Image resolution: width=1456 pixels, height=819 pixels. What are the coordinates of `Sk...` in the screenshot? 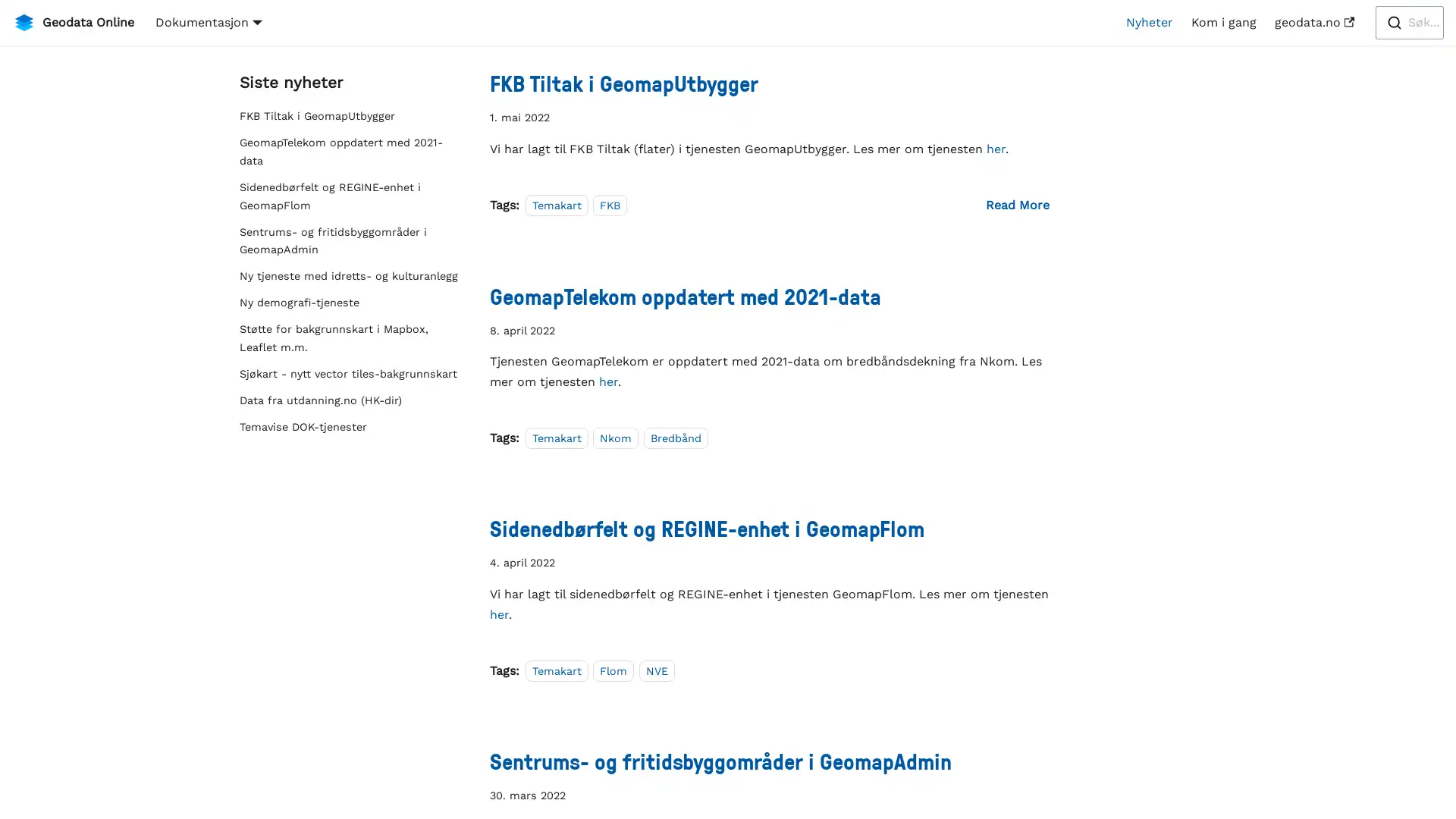 It's located at (1408, 23).